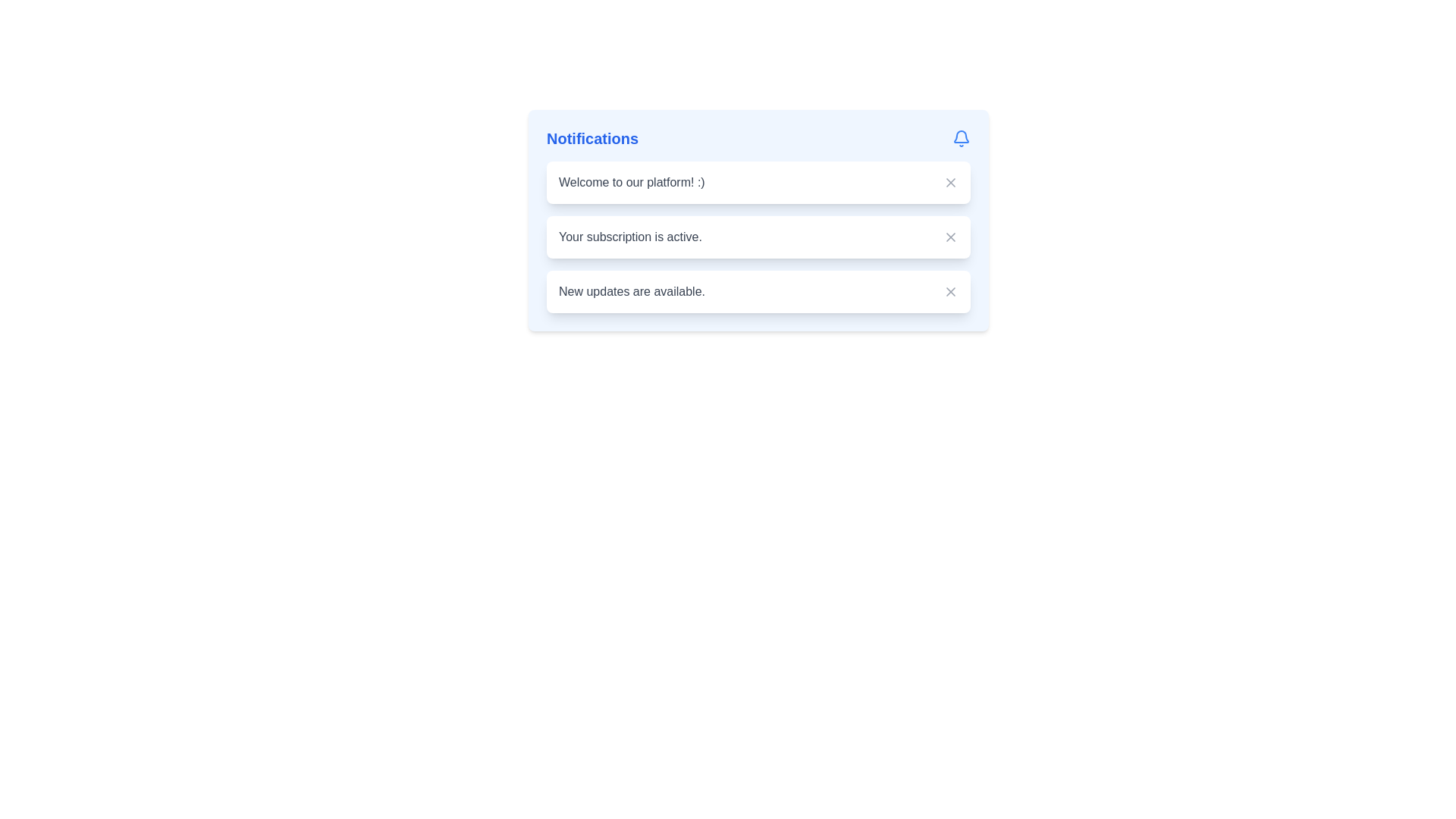 This screenshot has width=1456, height=819. What do you see at coordinates (758, 181) in the screenshot?
I see `the notification card at the top of the vertical stack` at bounding box center [758, 181].